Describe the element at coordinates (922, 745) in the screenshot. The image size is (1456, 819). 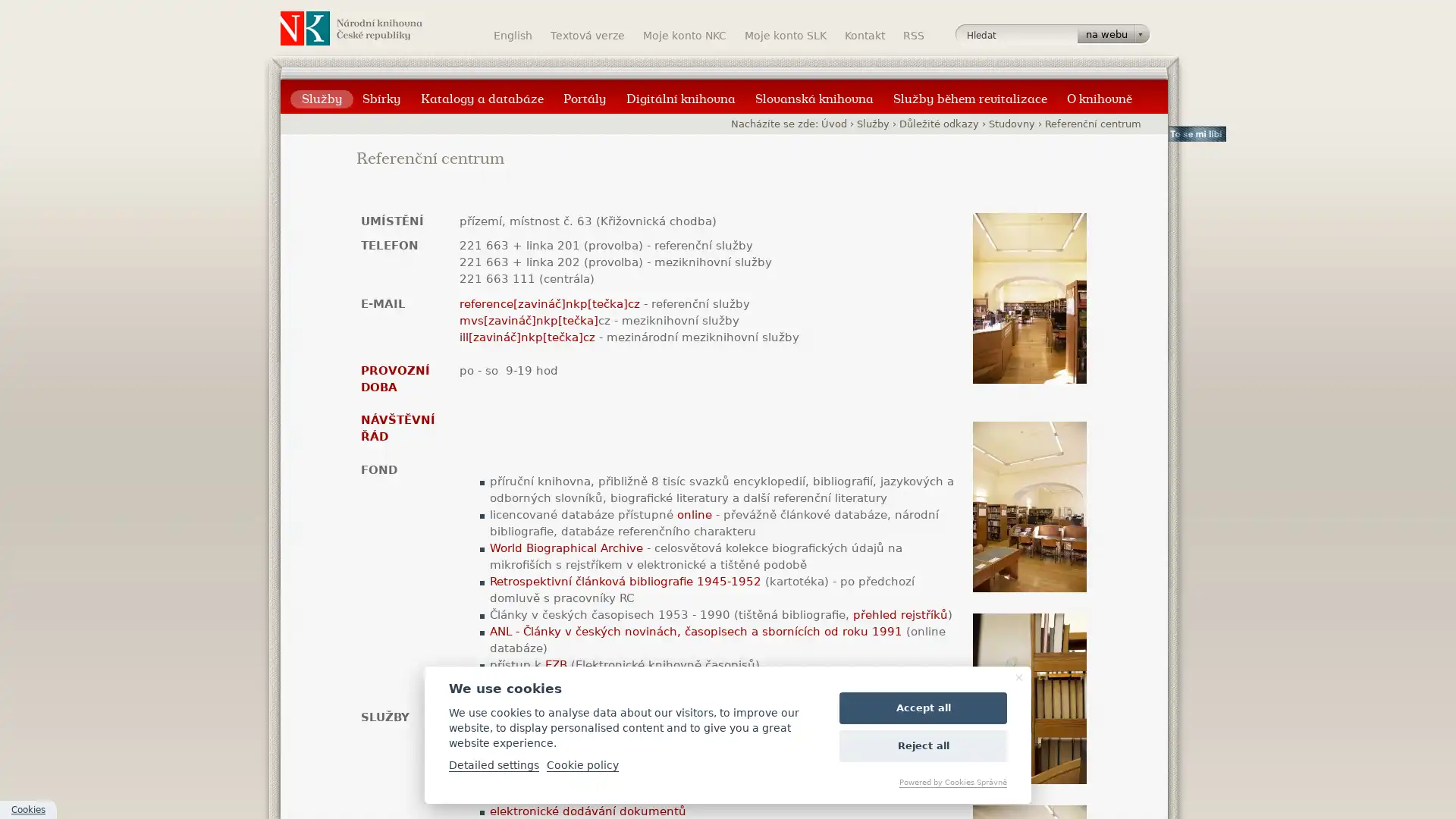
I see `Reject all` at that location.